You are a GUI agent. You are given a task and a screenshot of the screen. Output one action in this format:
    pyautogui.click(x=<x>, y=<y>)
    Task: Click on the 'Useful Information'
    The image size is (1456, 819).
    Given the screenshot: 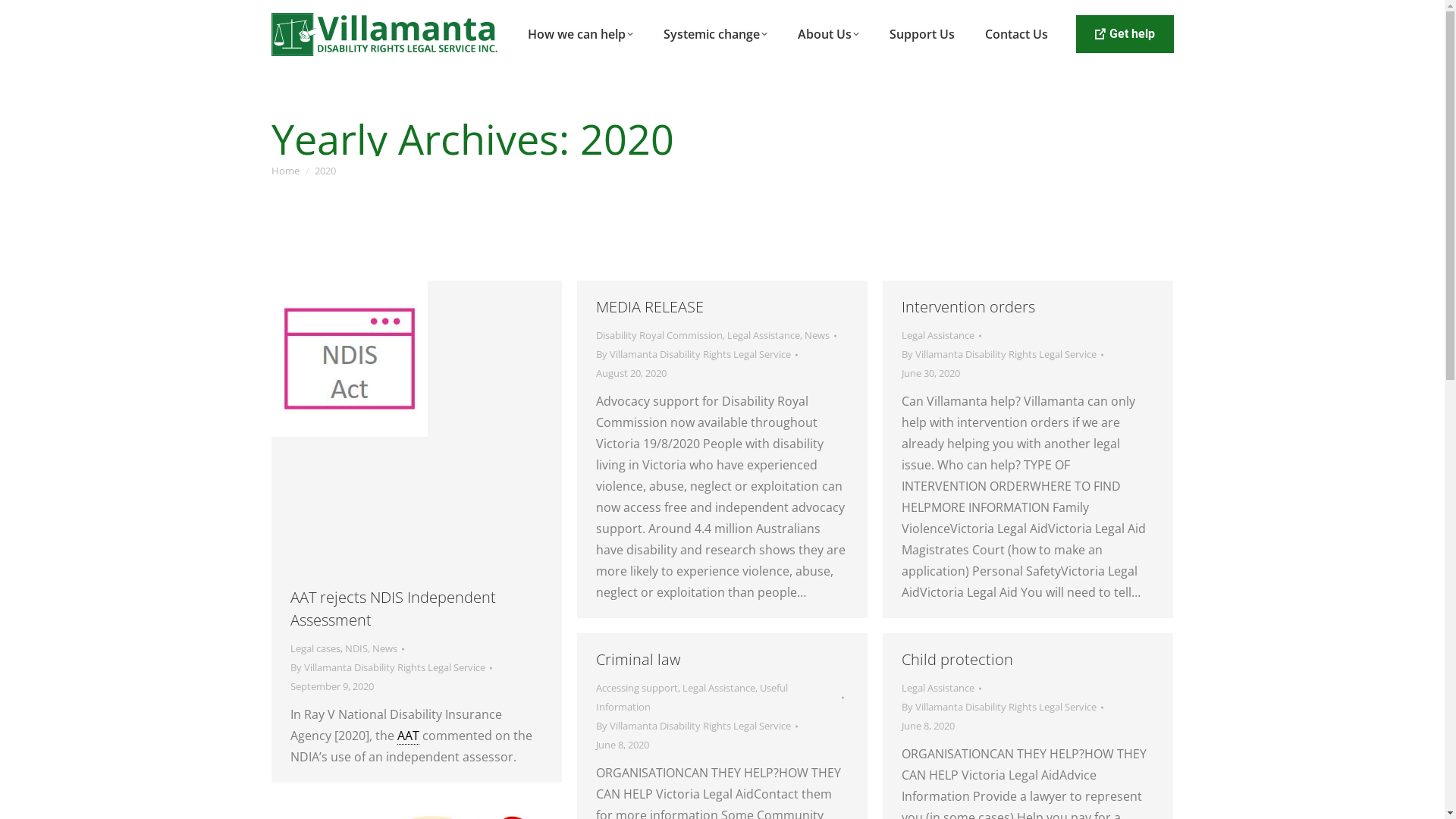 What is the action you would take?
    pyautogui.click(x=595, y=697)
    